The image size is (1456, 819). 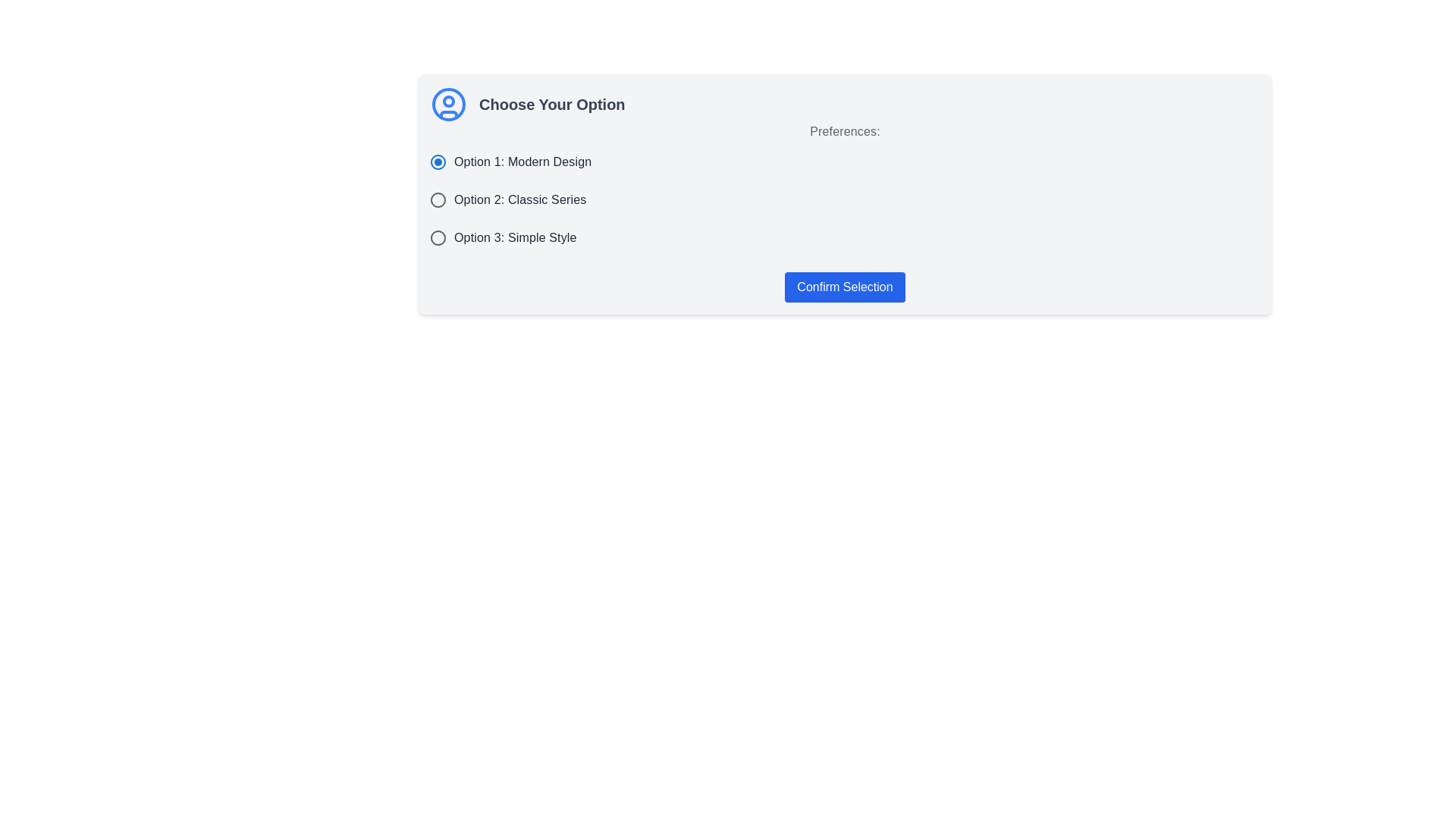 I want to click on the first radio button labeled 'Option 1: Modern Design', so click(x=437, y=162).